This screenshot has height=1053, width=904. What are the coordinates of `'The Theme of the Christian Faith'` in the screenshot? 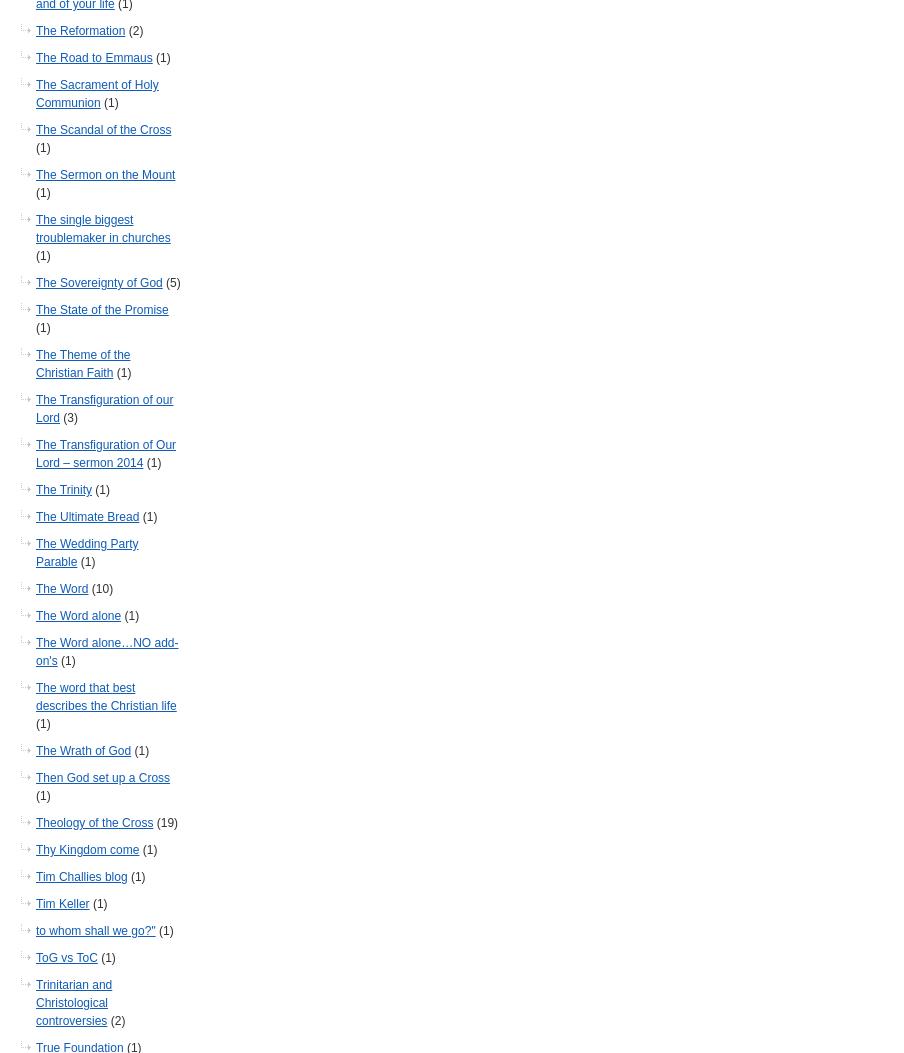 It's located at (82, 363).